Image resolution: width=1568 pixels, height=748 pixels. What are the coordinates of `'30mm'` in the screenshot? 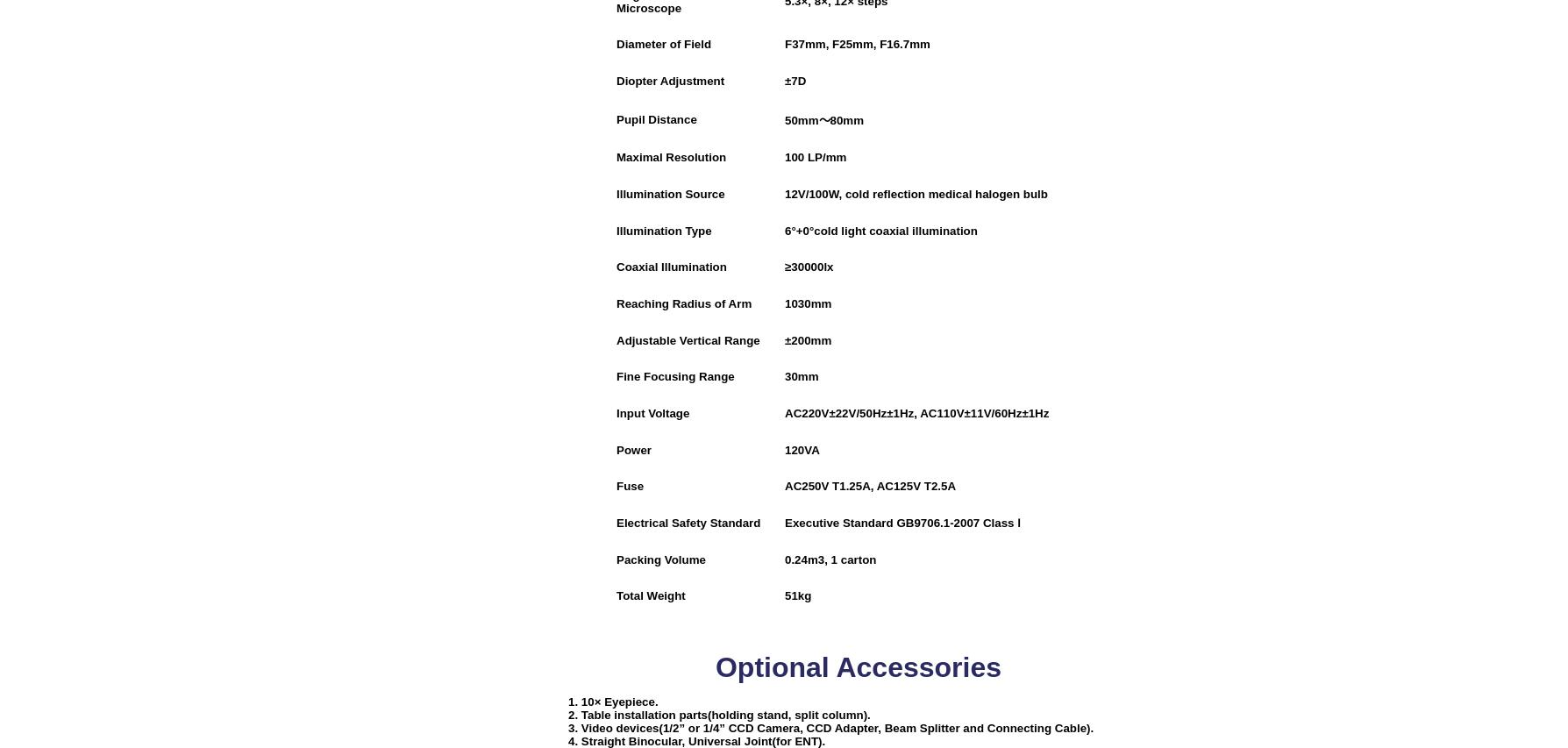 It's located at (802, 376).